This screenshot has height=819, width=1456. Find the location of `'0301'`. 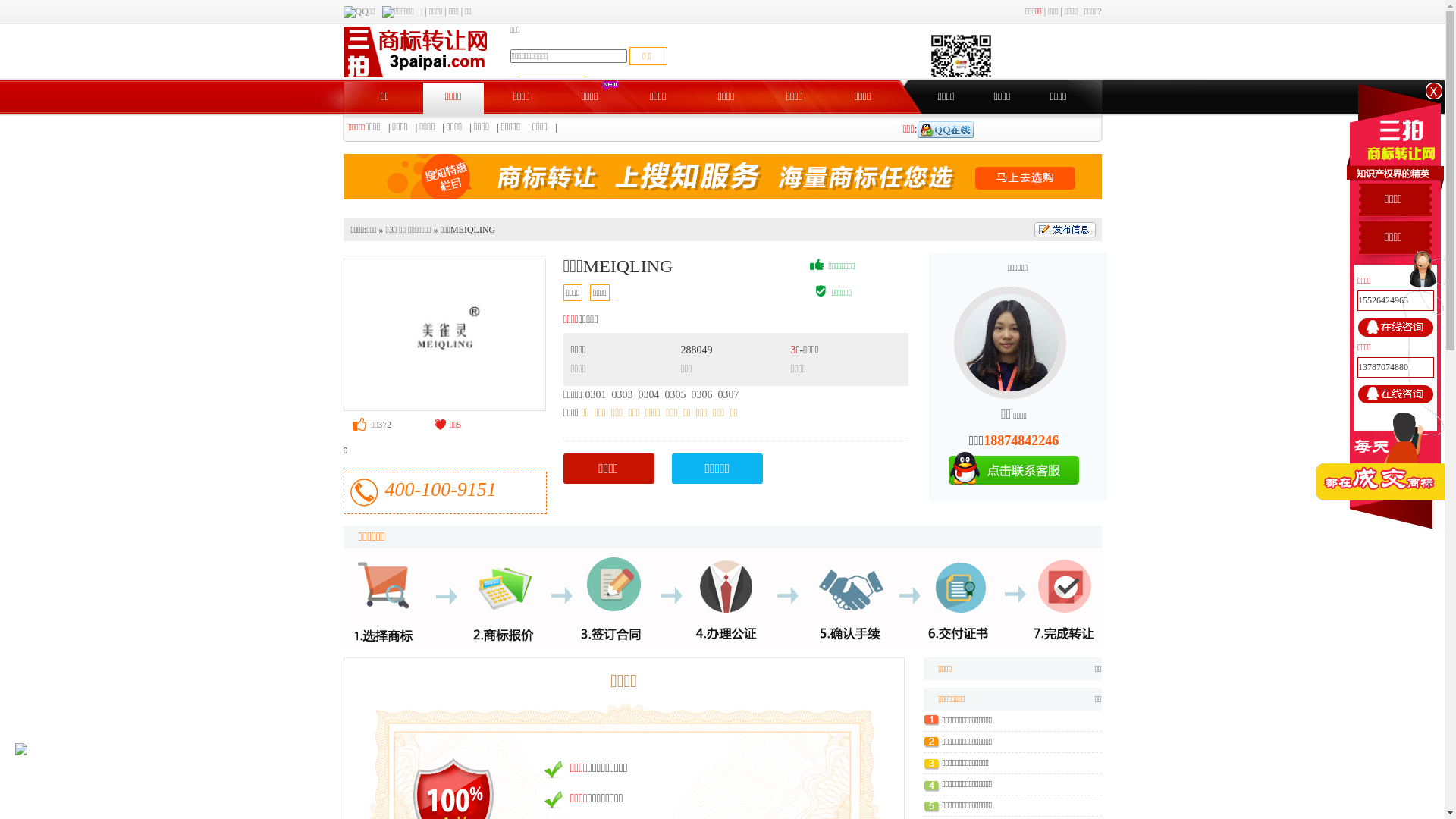

'0301' is located at coordinates (595, 394).